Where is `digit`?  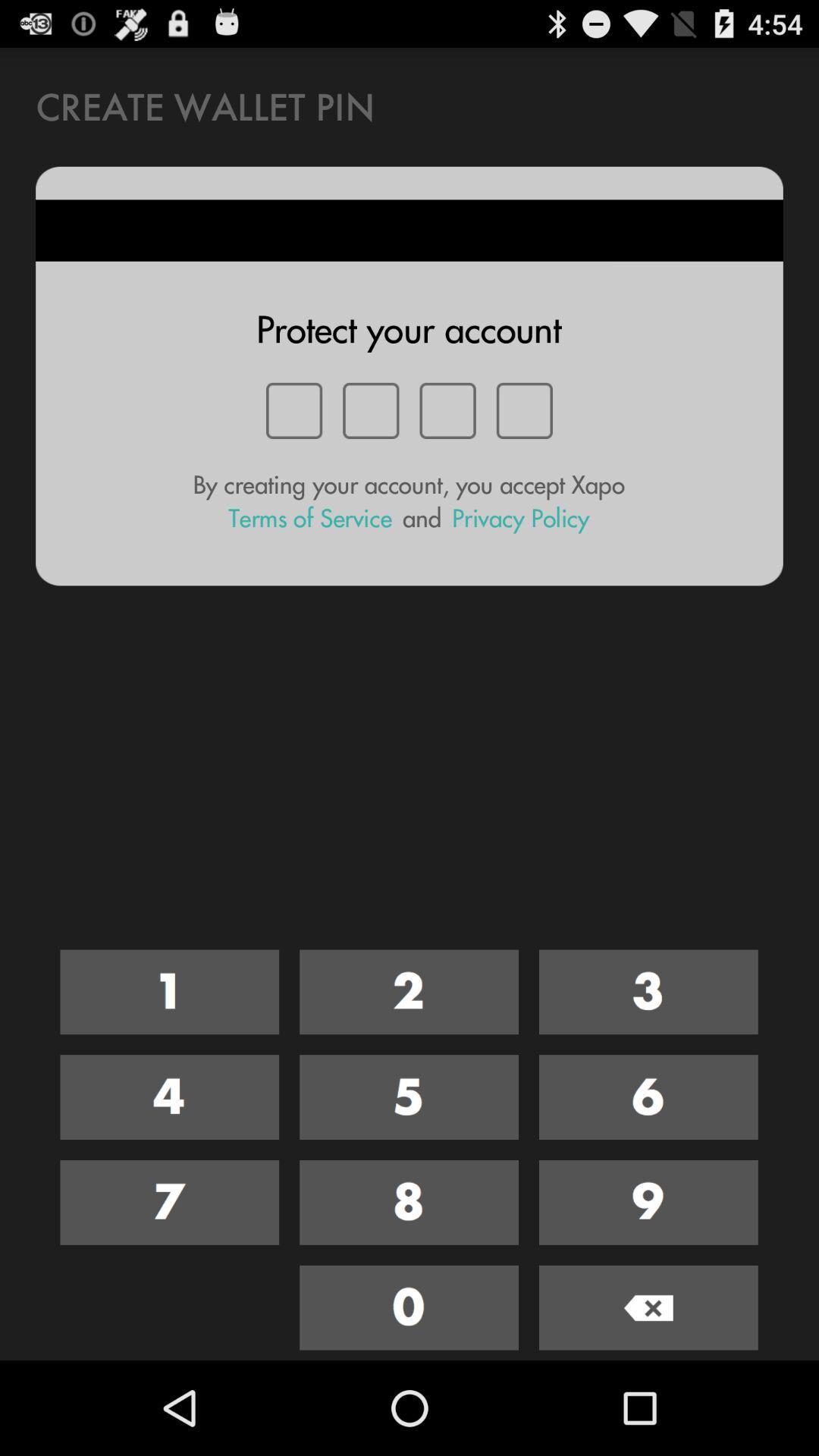
digit is located at coordinates (169, 1201).